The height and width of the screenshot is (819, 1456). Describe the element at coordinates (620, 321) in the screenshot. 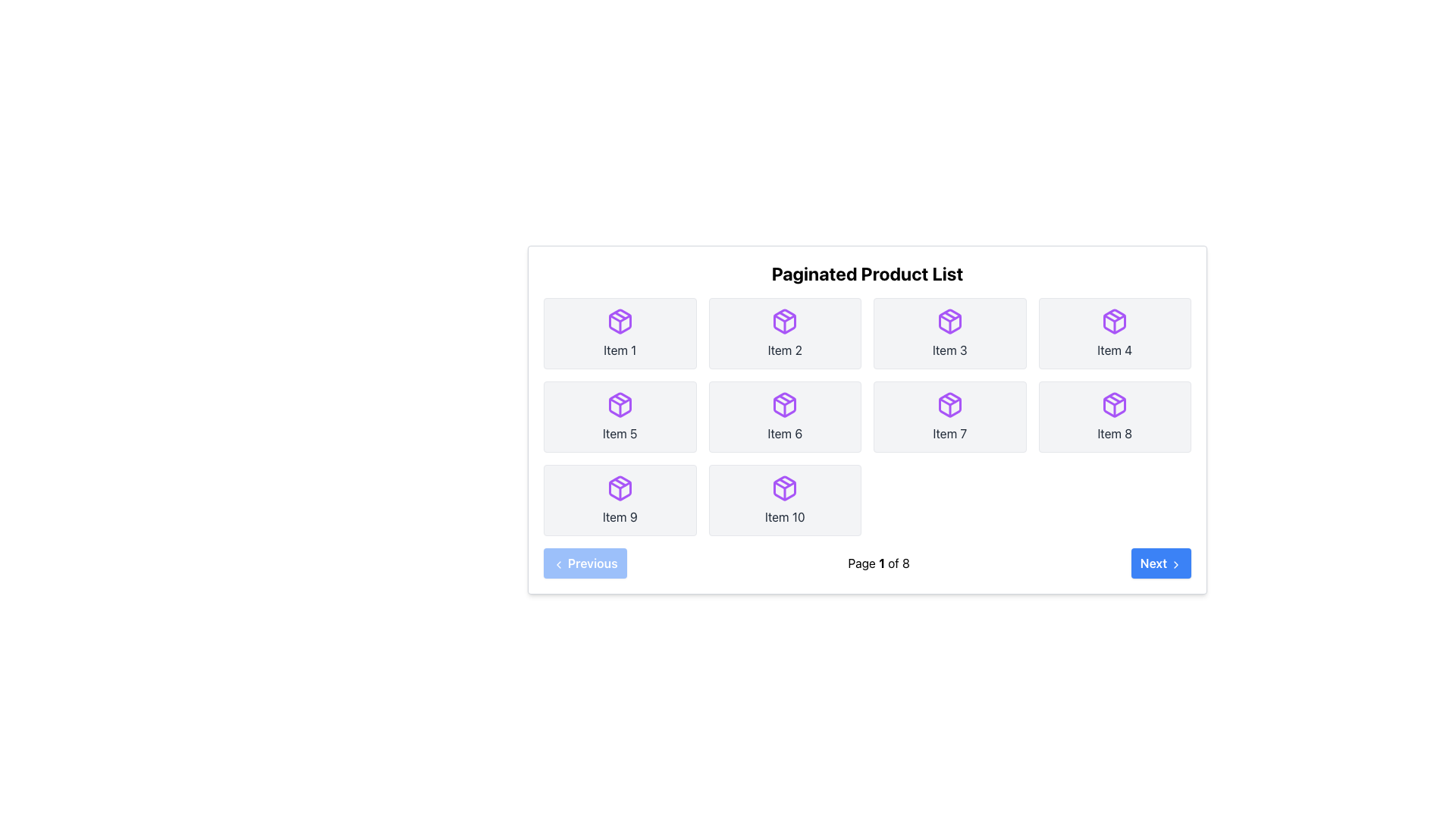

I see `the purple-colored package icon located in the first row and first column of the 'Paginated Product List', positioned above the 'Item 1' label` at that location.